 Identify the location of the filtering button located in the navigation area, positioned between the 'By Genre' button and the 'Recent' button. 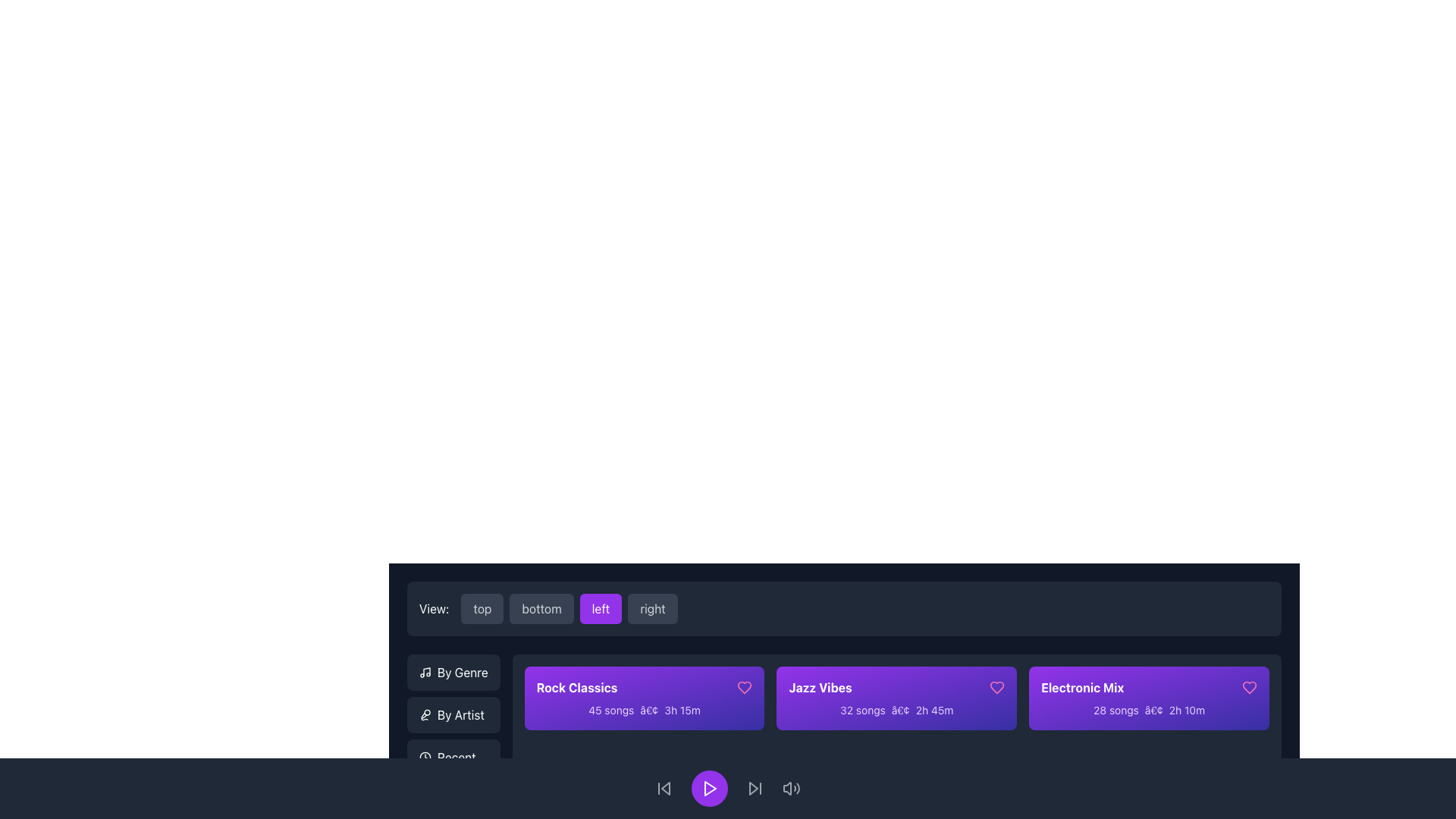
(453, 714).